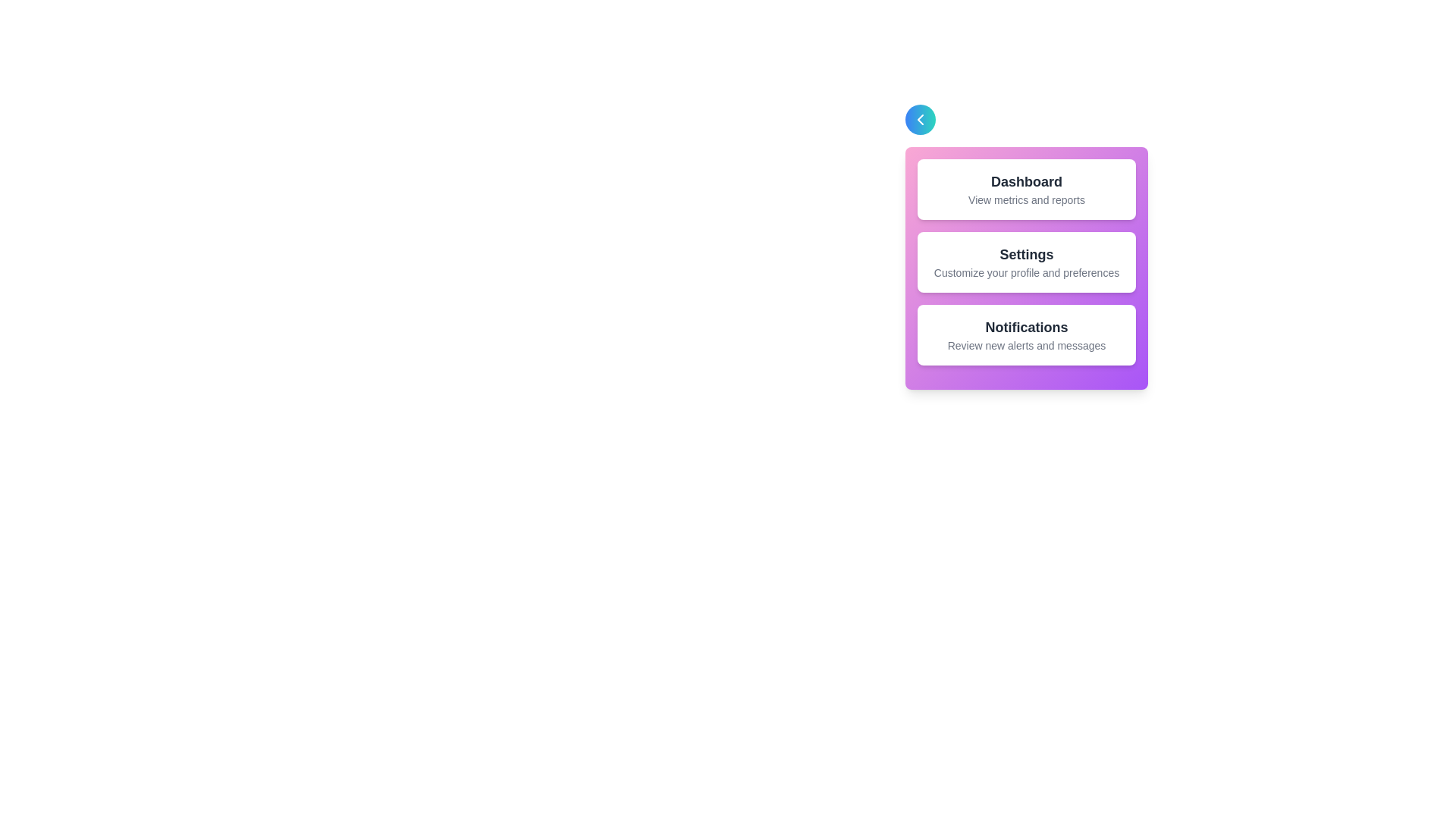  What do you see at coordinates (1026, 189) in the screenshot?
I see `the section titled 'Dashboard' to observe its visual effect` at bounding box center [1026, 189].